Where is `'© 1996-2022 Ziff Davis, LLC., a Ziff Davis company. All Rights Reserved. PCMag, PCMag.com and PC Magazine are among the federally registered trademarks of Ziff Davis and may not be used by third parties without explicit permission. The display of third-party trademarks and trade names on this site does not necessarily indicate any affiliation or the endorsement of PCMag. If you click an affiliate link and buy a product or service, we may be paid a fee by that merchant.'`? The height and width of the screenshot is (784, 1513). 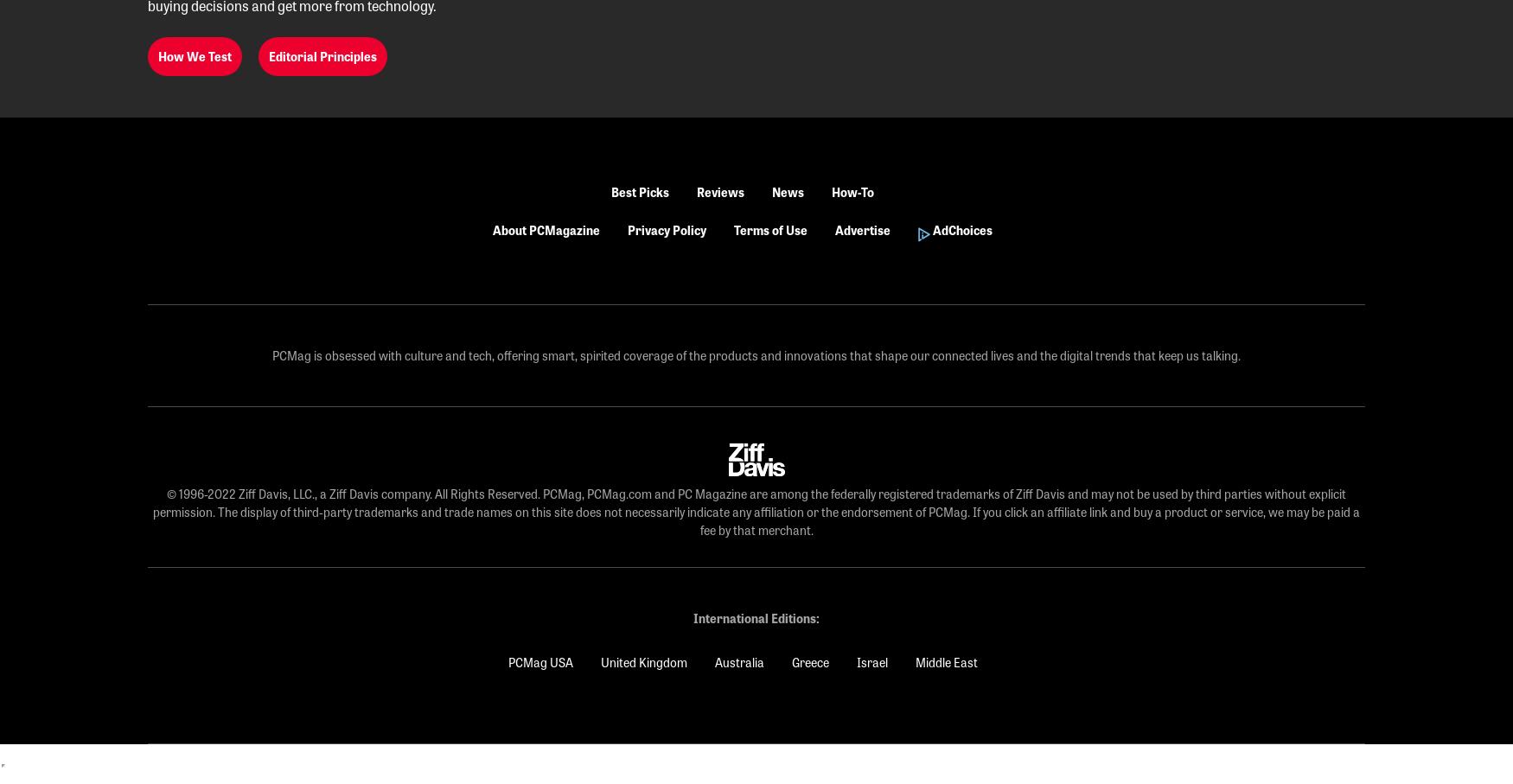 '© 1996-2022 Ziff Davis, LLC., a Ziff Davis company. All Rights Reserved. PCMag, PCMag.com and PC Magazine are among the federally registered trademarks of Ziff Davis and may not be used by third parties without explicit permission. The display of third-party trademarks and trade names on this site does not necessarily indicate any affiliation or the endorsement of PCMag. If you click an affiliate link and buy a product or service, we may be paid a fee by that merchant.' is located at coordinates (756, 510).